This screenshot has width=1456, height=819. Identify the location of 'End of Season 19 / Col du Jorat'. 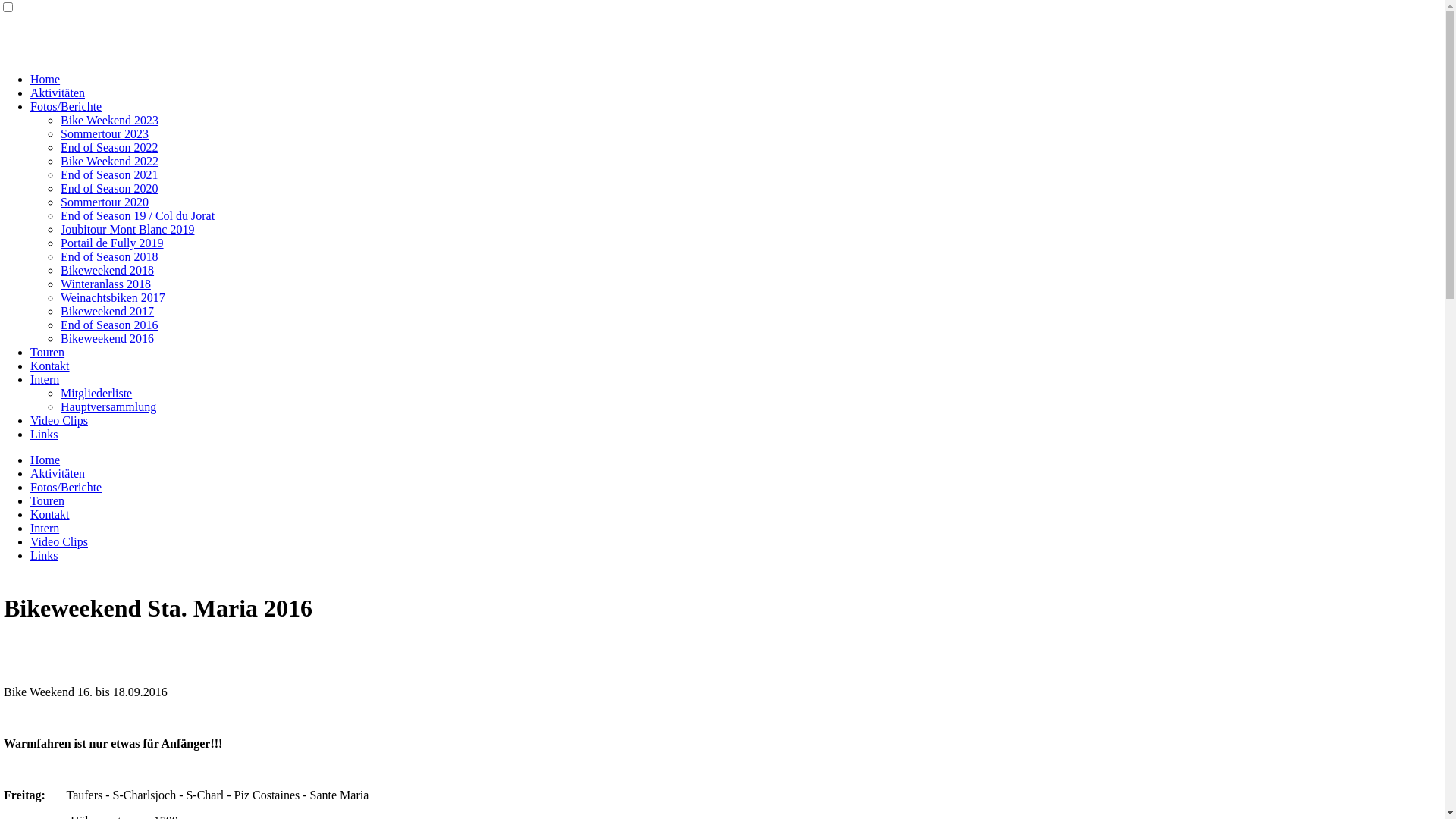
(137, 215).